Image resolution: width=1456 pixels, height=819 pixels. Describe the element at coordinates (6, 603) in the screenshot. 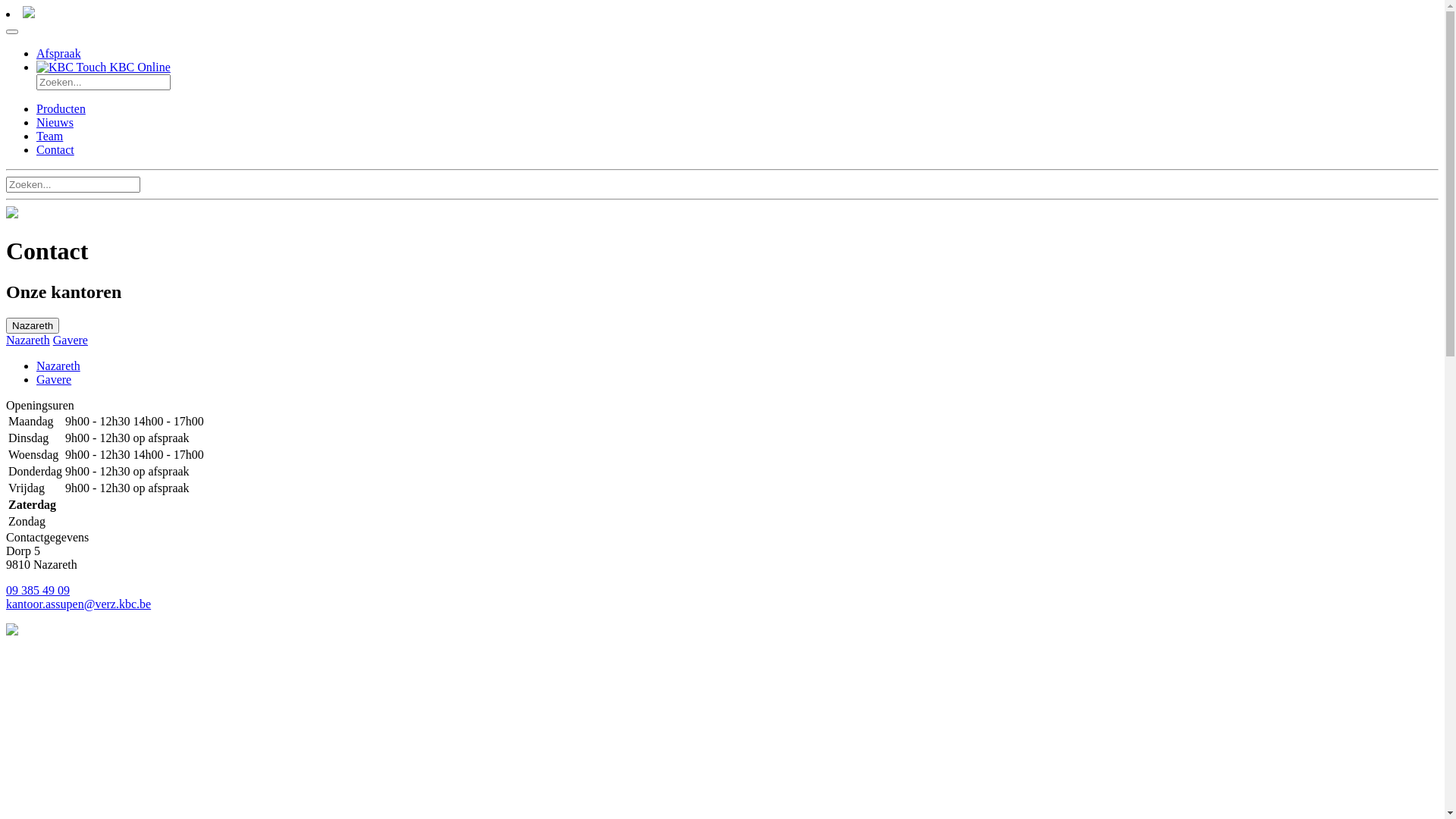

I see `'kantoor.assupen@verz.kbc.be'` at that location.